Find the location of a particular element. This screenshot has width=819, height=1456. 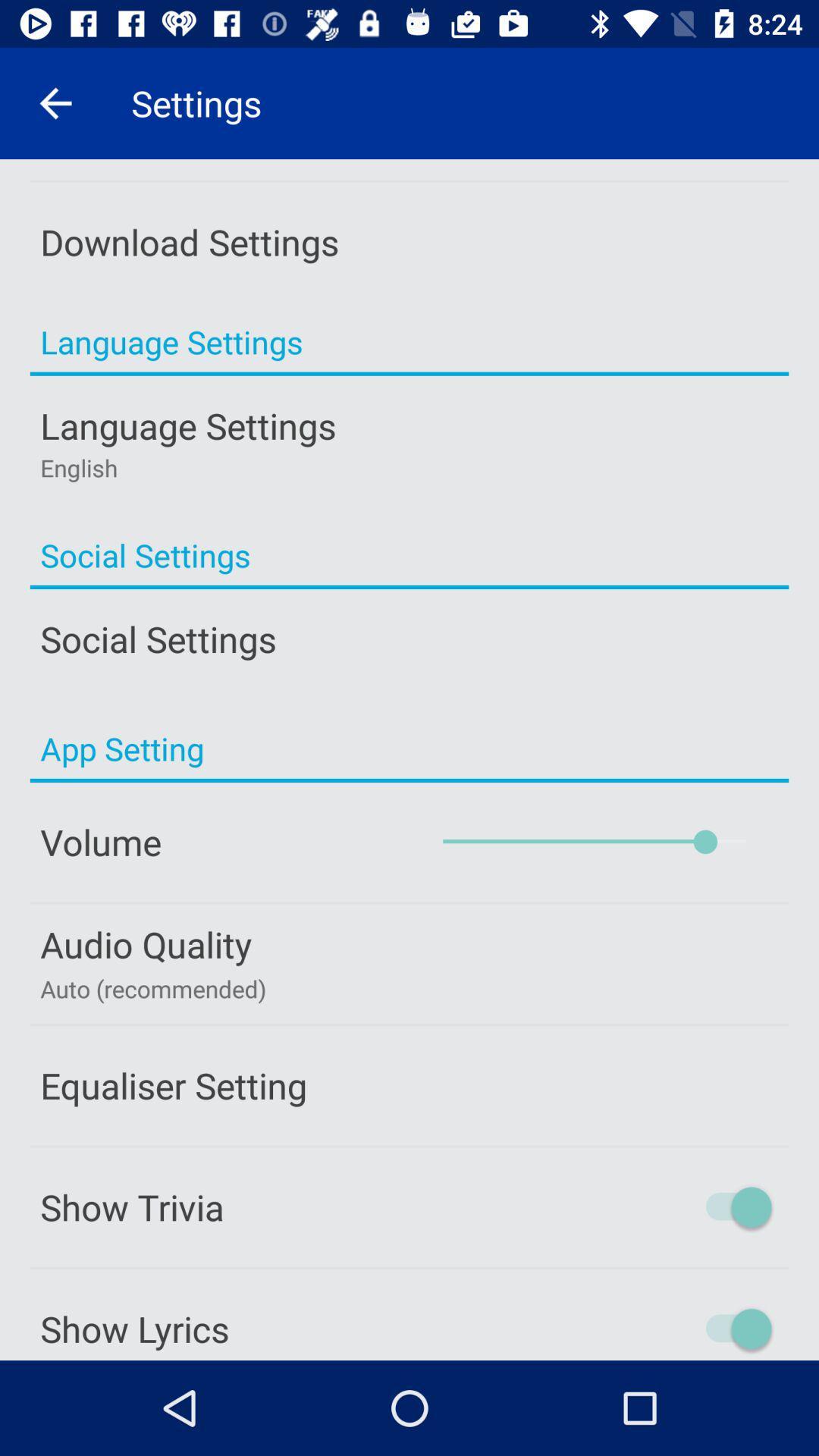

the button below equaliser setting is located at coordinates (409, 1207).